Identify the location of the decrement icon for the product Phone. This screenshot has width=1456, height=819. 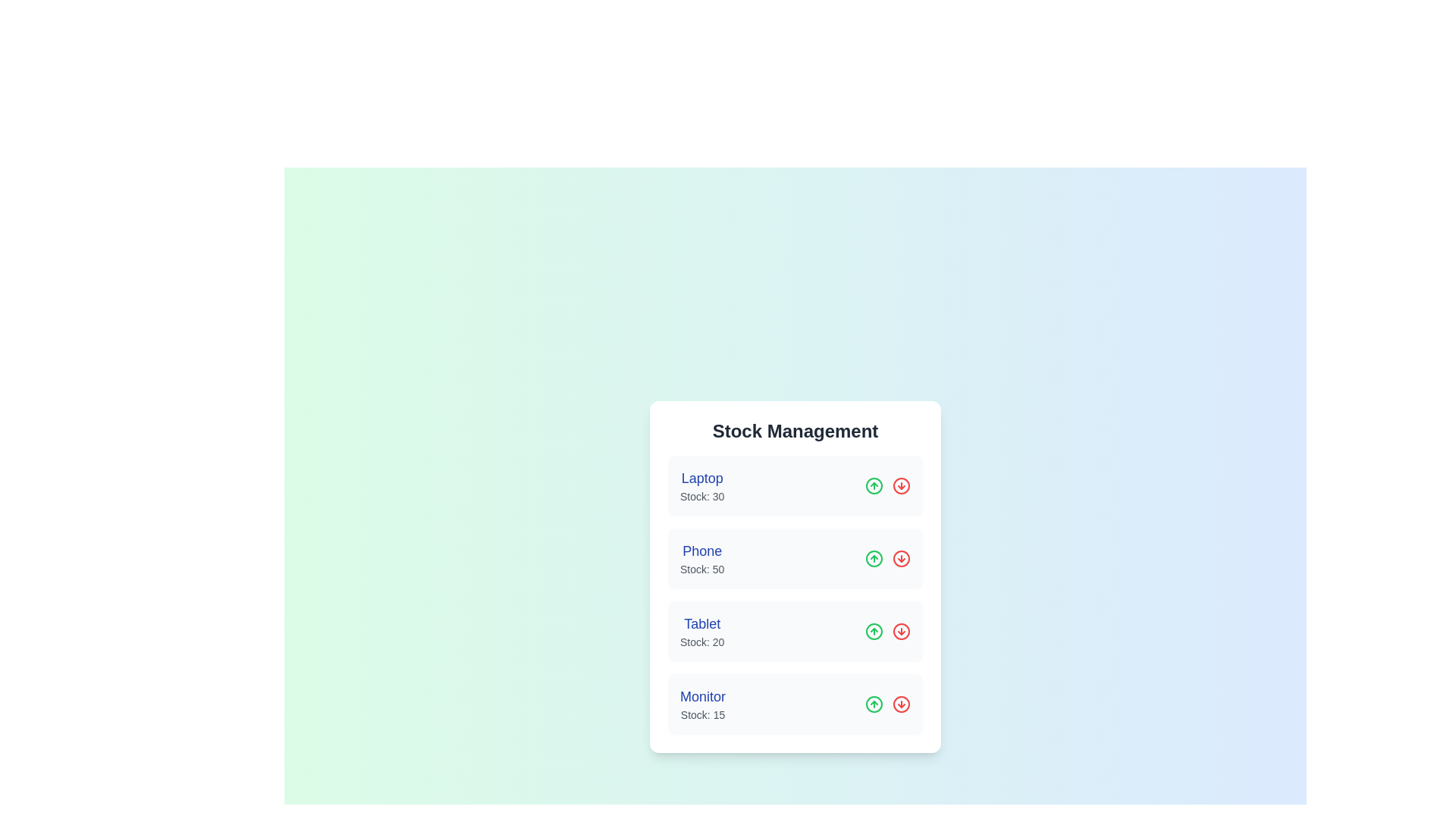
(902, 558).